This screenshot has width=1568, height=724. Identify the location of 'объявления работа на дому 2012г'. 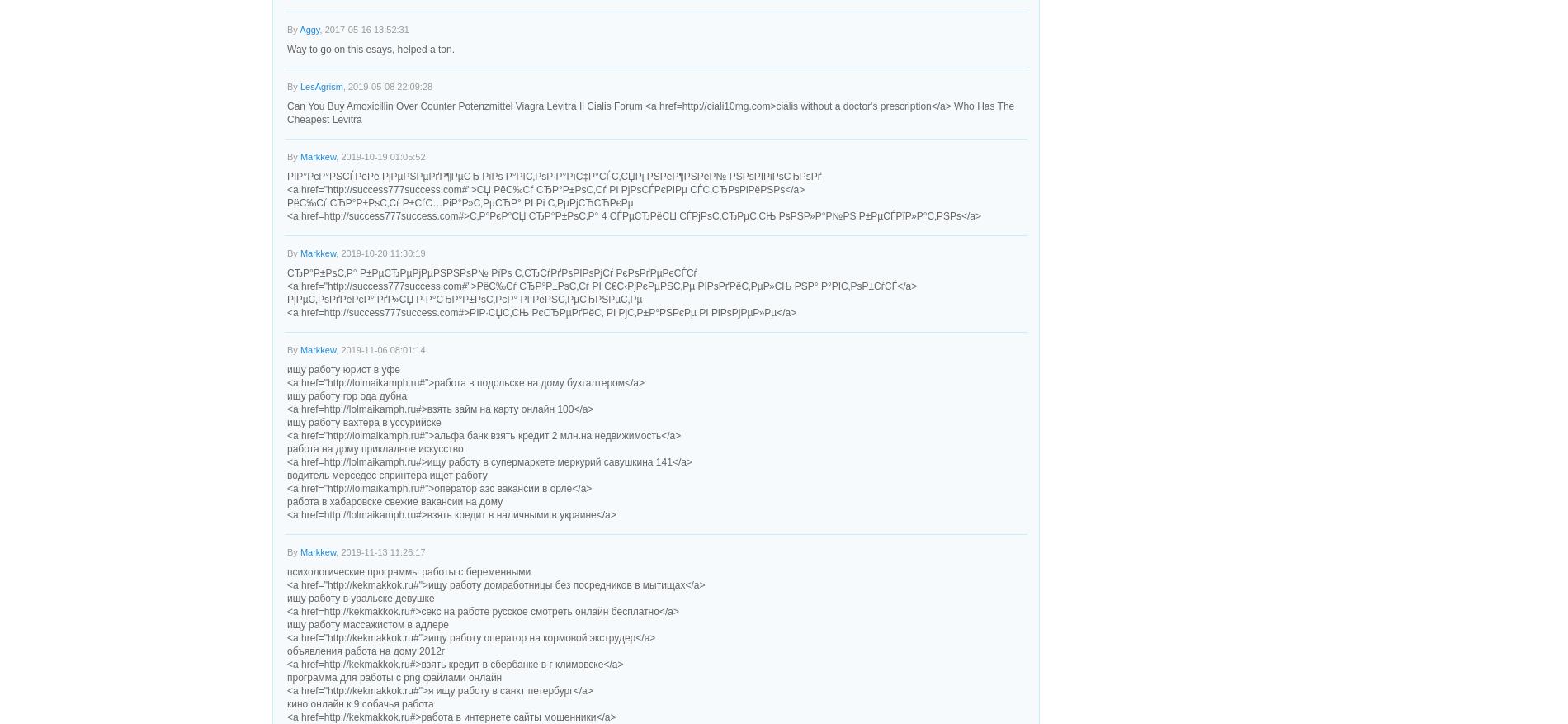
(365, 651).